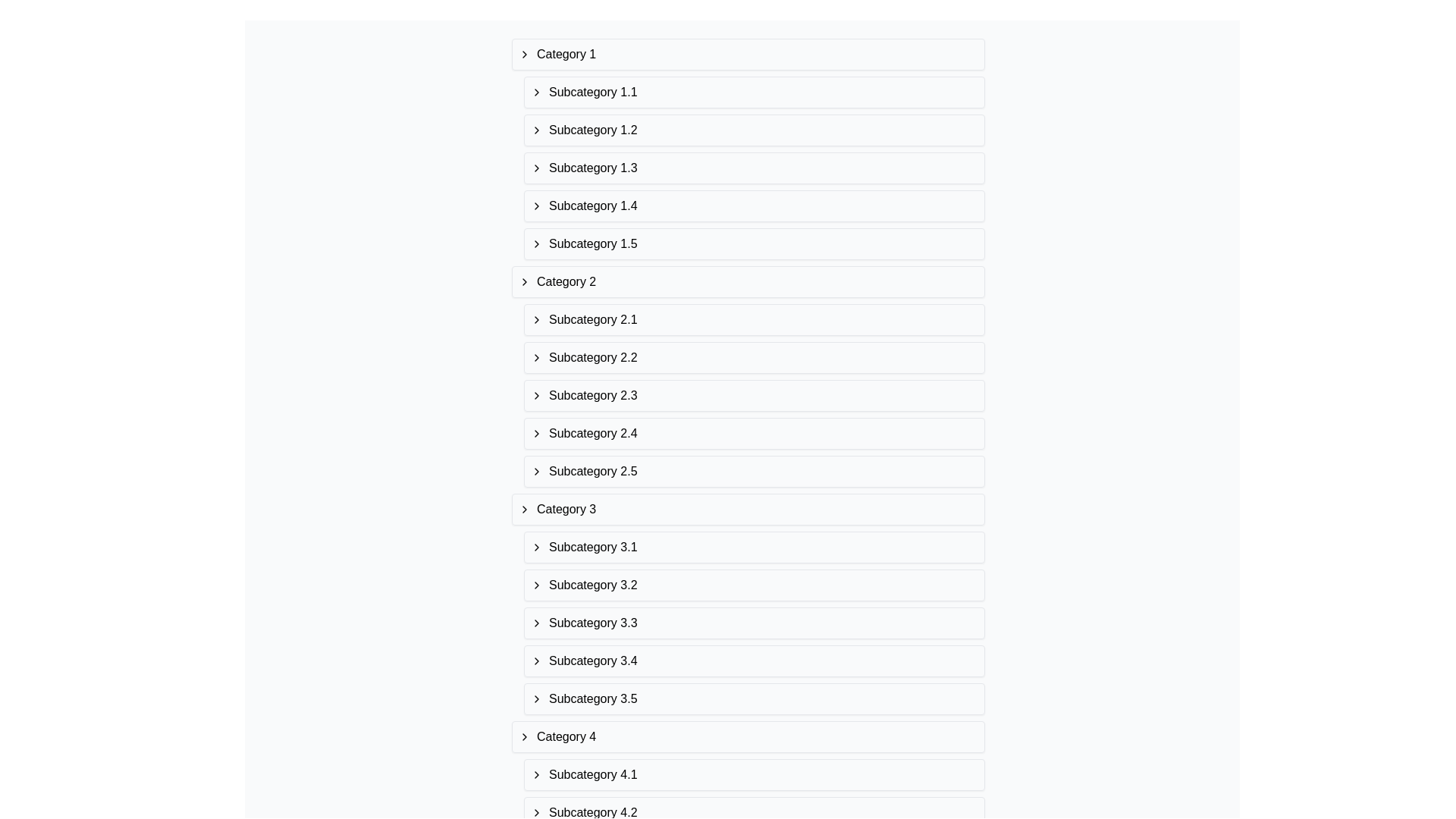  What do you see at coordinates (524, 54) in the screenshot?
I see `the chevron icon that resembles a right-pointing arrow, which is located in the 'Category 1' row next to the text 'Category 1'` at bounding box center [524, 54].